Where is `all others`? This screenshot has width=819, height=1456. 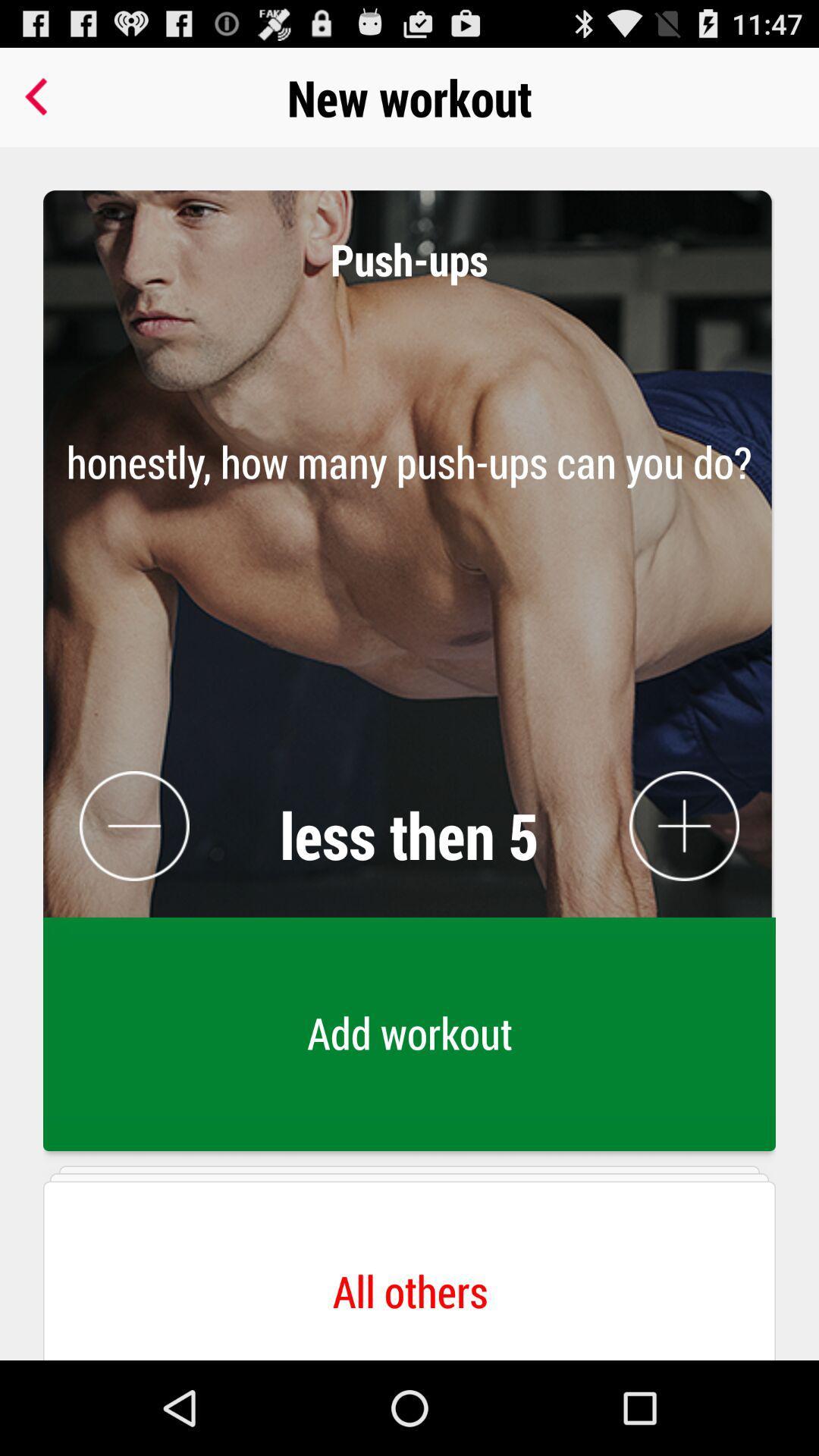
all others is located at coordinates (409, 1260).